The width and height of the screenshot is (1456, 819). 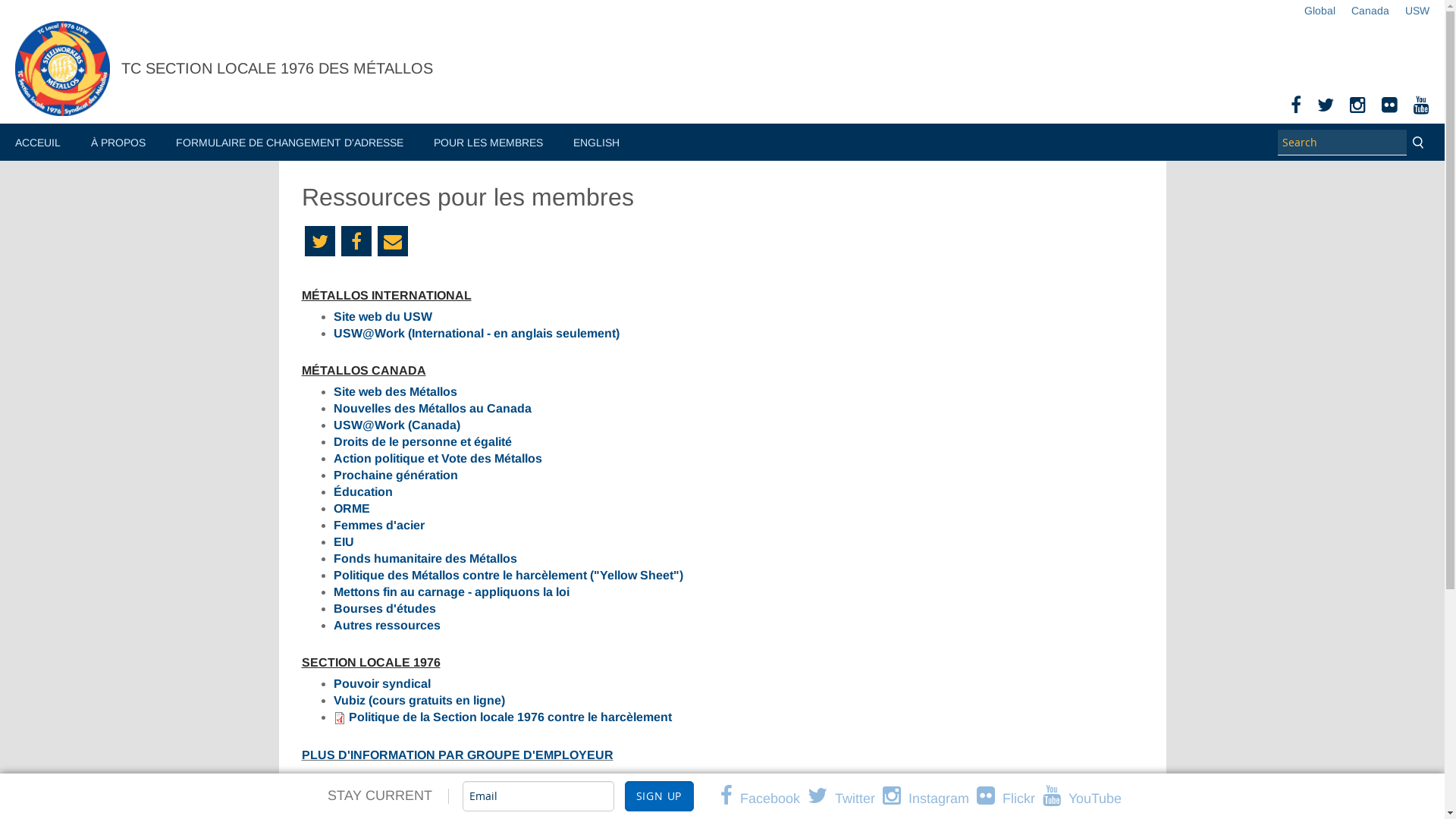 What do you see at coordinates (457, 755) in the screenshot?
I see `'PLUS D'INFORMATION PAR GROUPE D'EMPLOYEUR'` at bounding box center [457, 755].